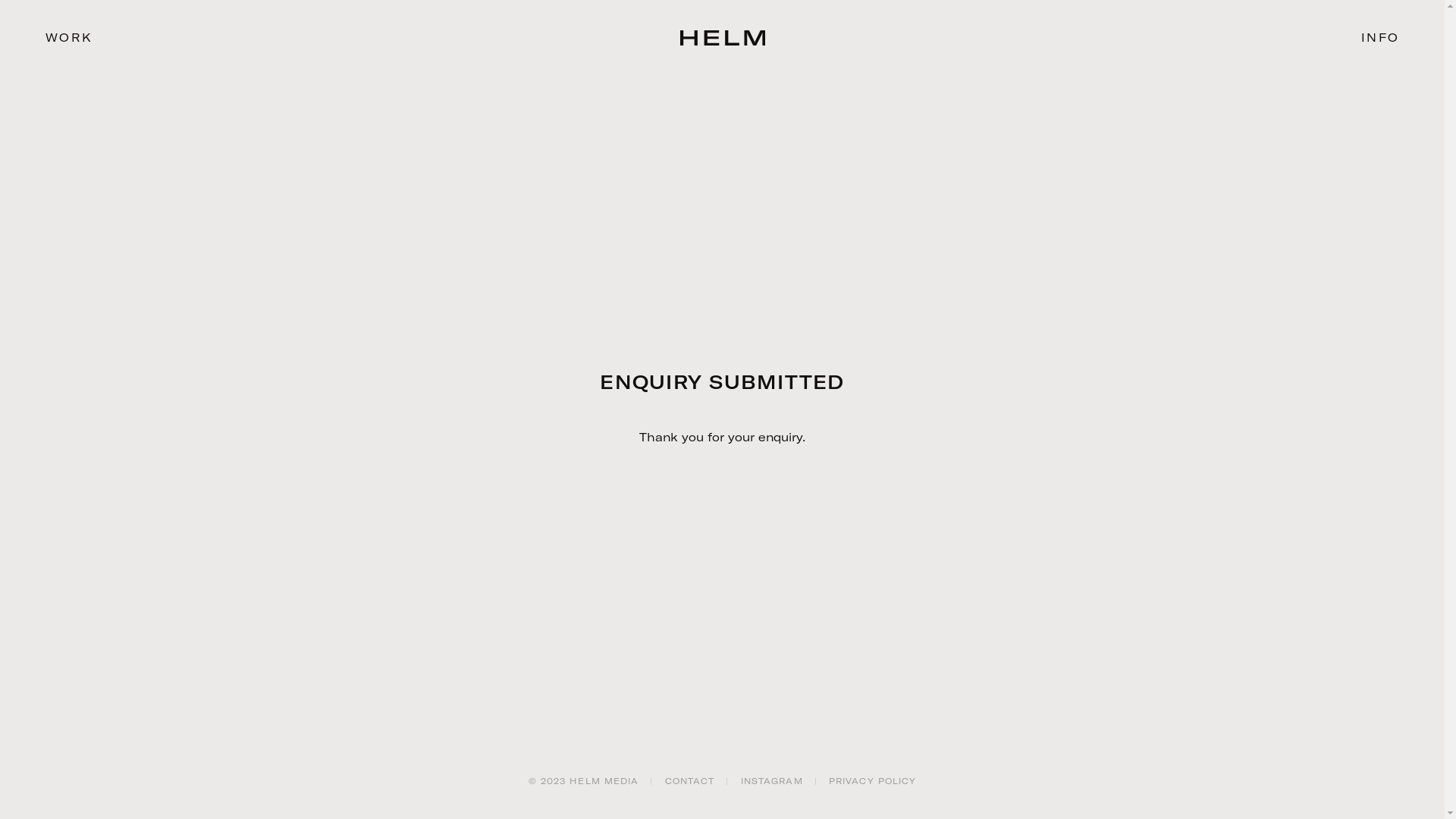  What do you see at coordinates (1361, 37) in the screenshot?
I see `'INFO'` at bounding box center [1361, 37].